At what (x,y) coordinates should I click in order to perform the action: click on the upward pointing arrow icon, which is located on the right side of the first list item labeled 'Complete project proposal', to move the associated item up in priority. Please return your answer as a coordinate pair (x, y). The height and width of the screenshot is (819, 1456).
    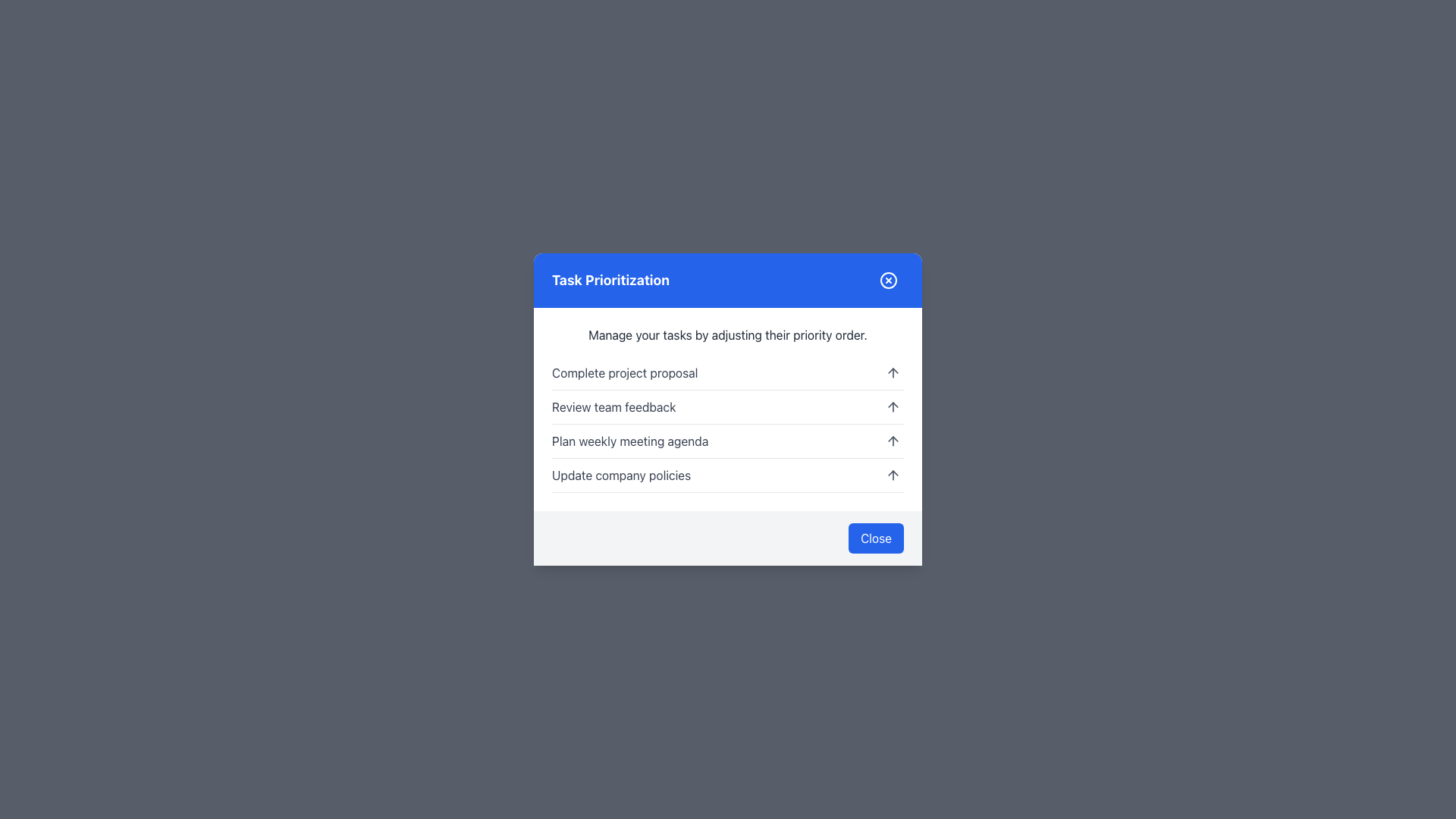
    Looking at the image, I should click on (893, 373).